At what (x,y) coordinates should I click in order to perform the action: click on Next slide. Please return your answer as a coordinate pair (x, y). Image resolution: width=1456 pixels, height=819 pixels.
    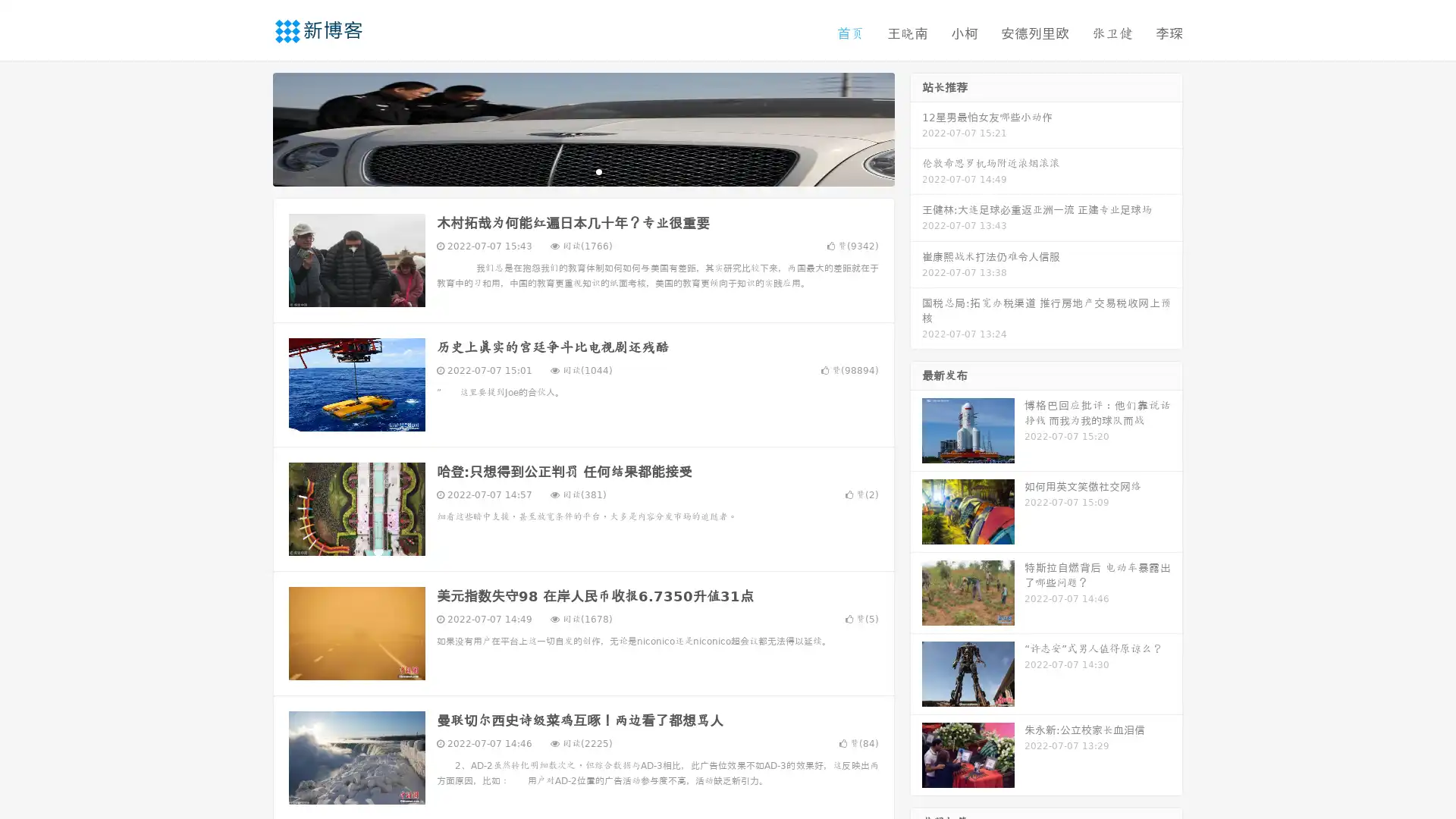
    Looking at the image, I should click on (916, 127).